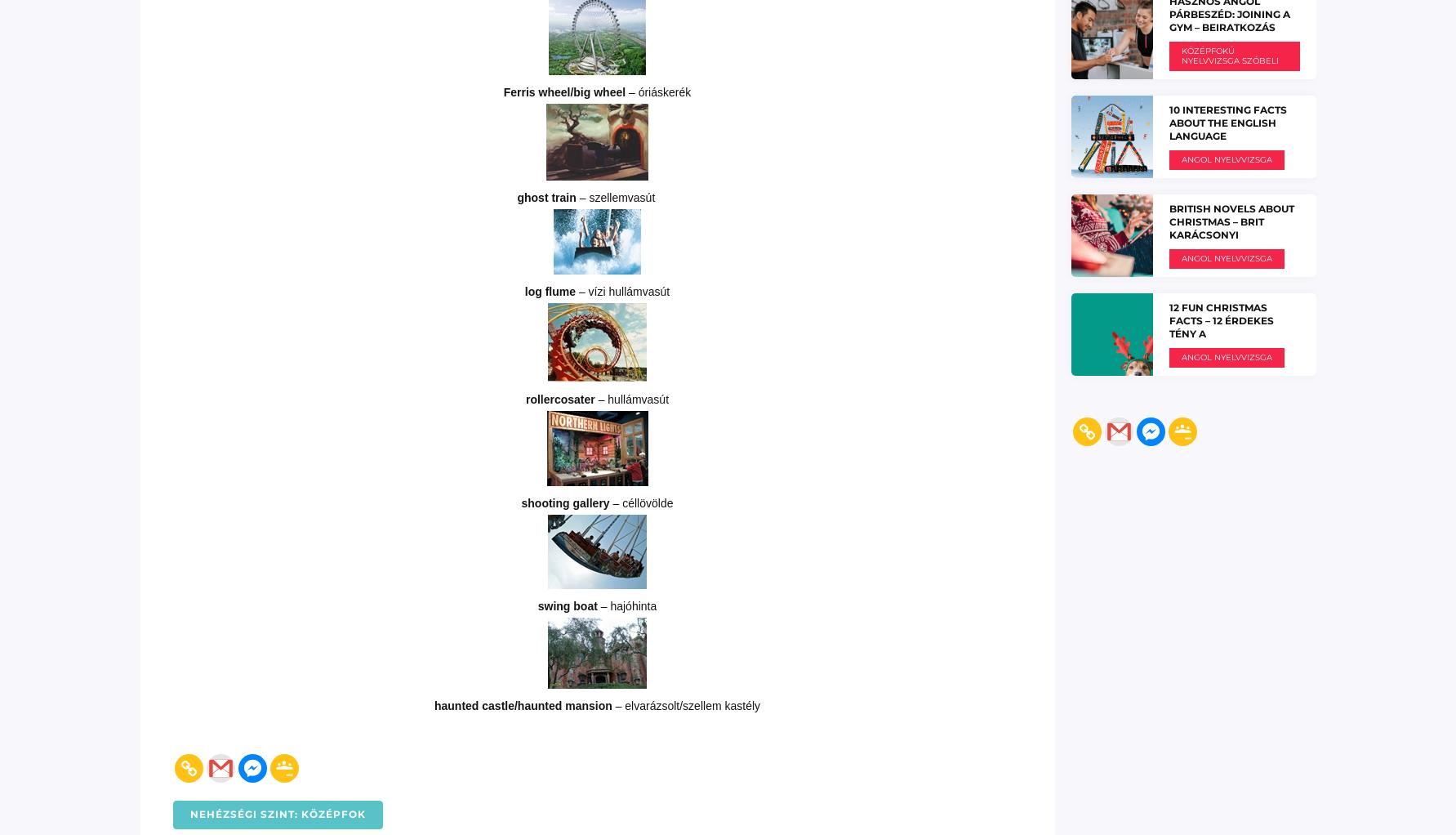  What do you see at coordinates (568, 604) in the screenshot?
I see `'swing boat'` at bounding box center [568, 604].